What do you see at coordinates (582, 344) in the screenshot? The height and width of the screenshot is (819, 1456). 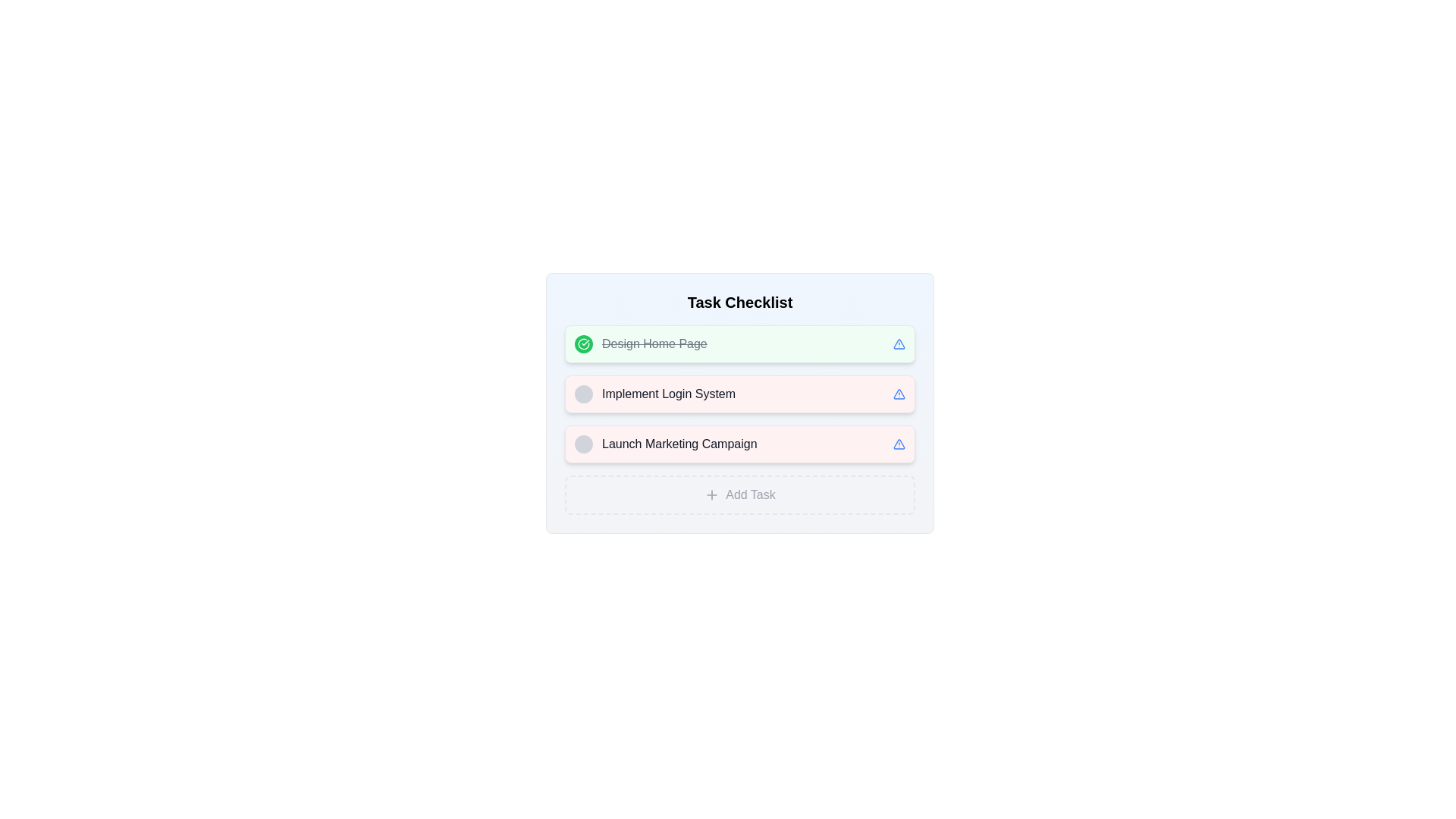 I see `the Icon button located to the left of the text 'Design Home Page' in the first item of the checklist named 'Task Checklist'` at bounding box center [582, 344].